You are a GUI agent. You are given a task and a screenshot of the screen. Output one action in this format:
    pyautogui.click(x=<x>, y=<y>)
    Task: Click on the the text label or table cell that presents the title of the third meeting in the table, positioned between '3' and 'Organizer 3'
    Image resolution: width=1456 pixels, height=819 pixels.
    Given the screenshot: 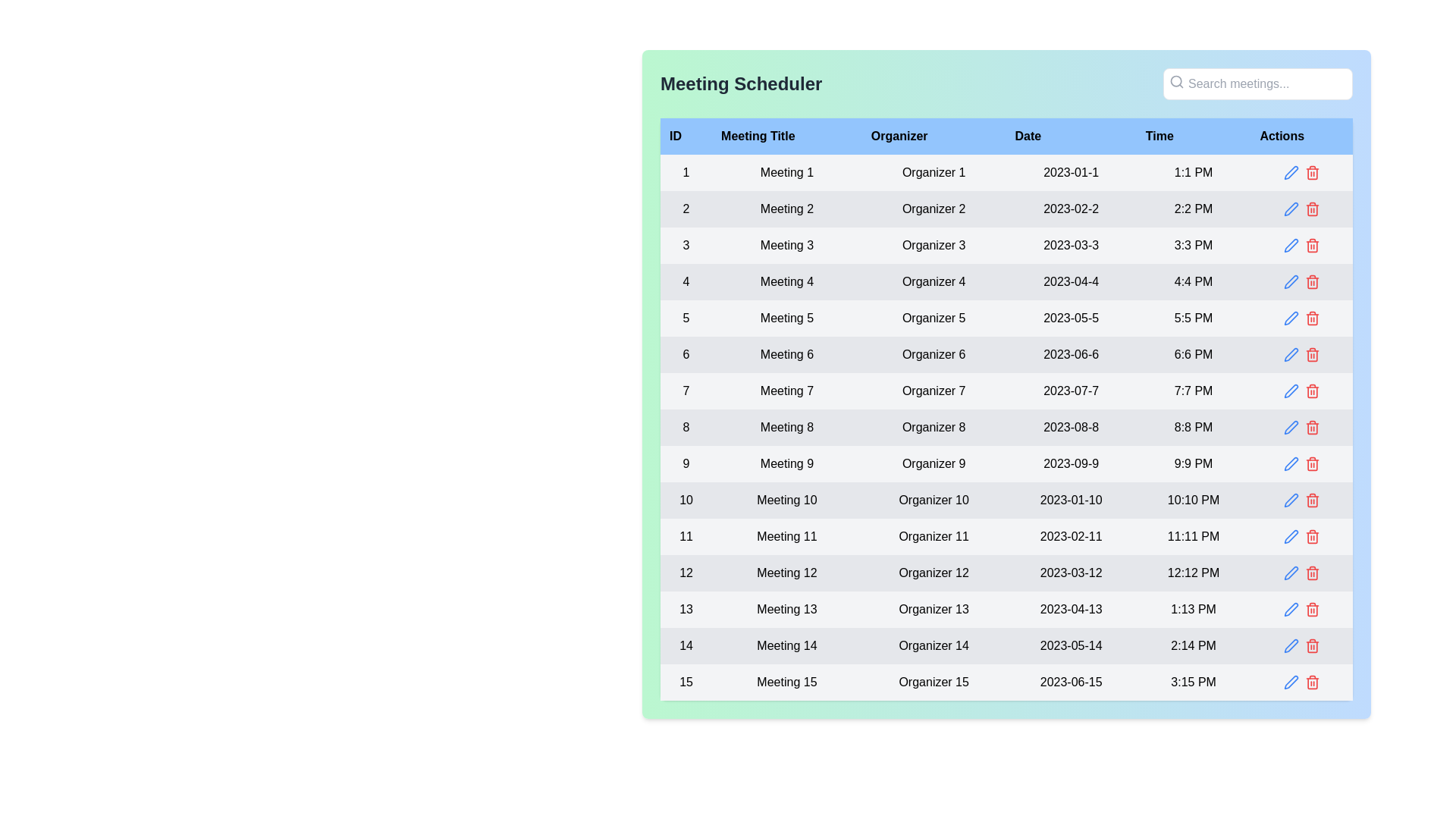 What is the action you would take?
    pyautogui.click(x=786, y=245)
    